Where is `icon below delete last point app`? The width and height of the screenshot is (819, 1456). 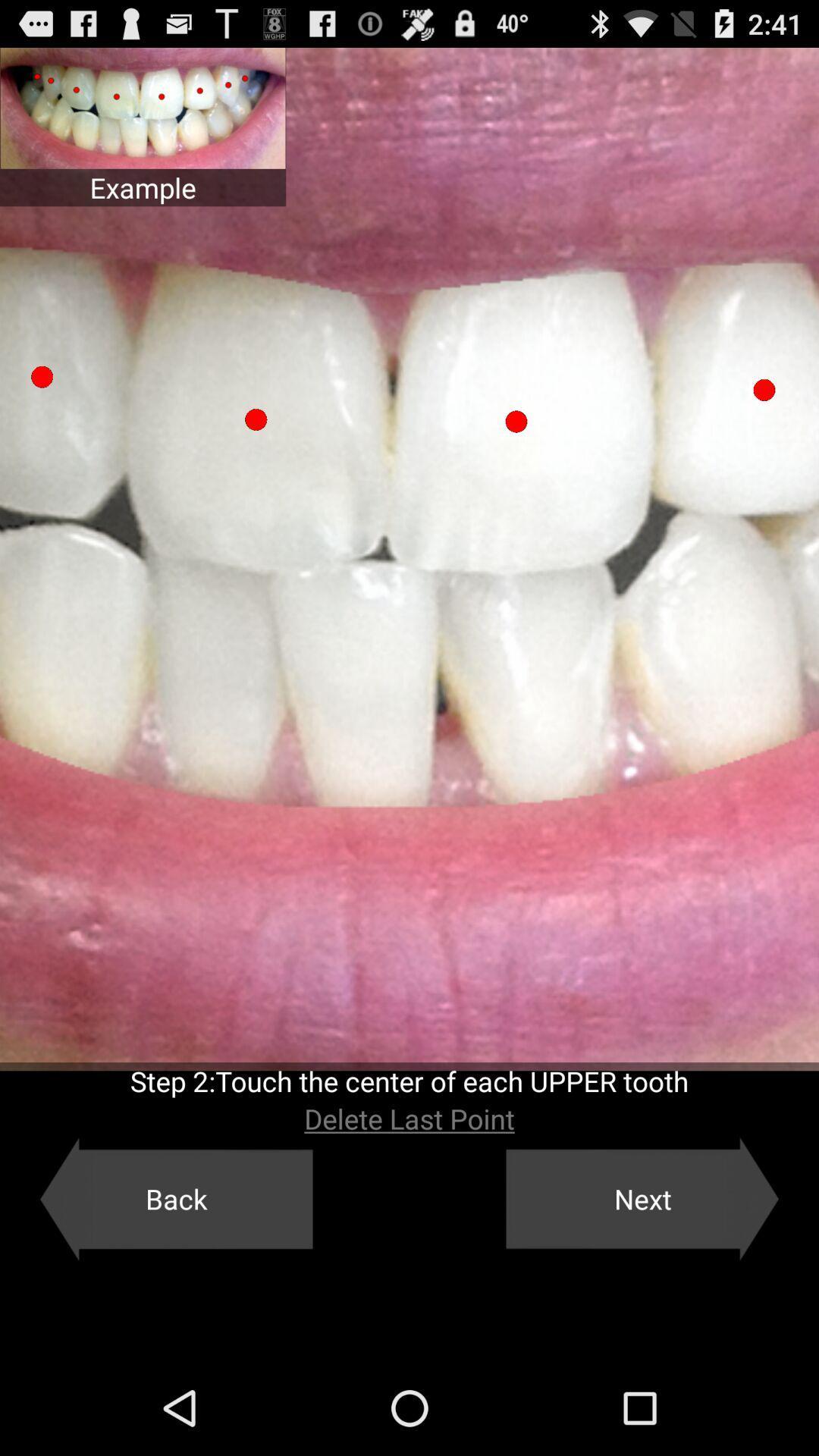
icon below delete last point app is located at coordinates (642, 1198).